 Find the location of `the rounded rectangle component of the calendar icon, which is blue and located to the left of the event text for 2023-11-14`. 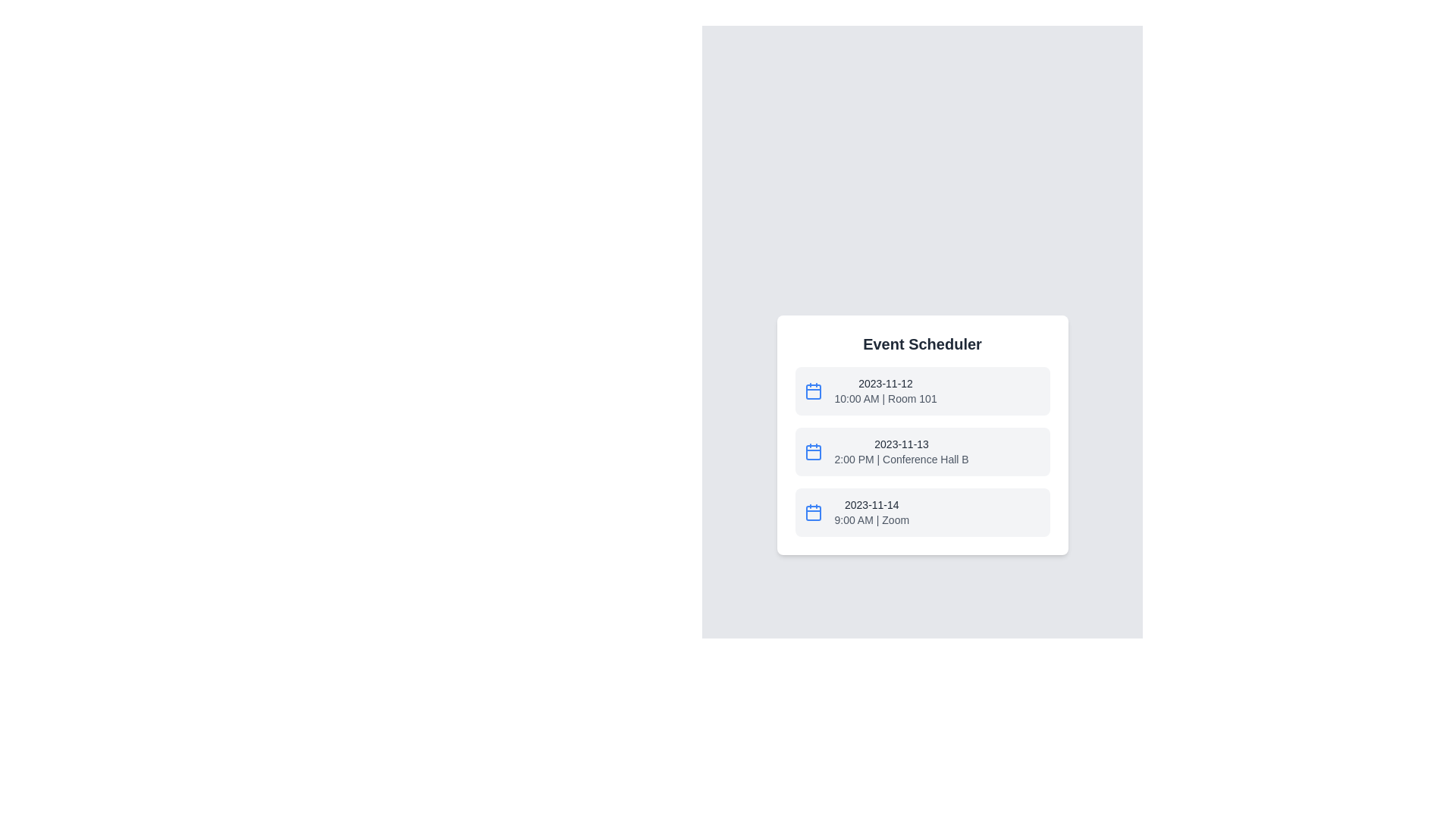

the rounded rectangle component of the calendar icon, which is blue and located to the left of the event text for 2023-11-14 is located at coordinates (812, 513).